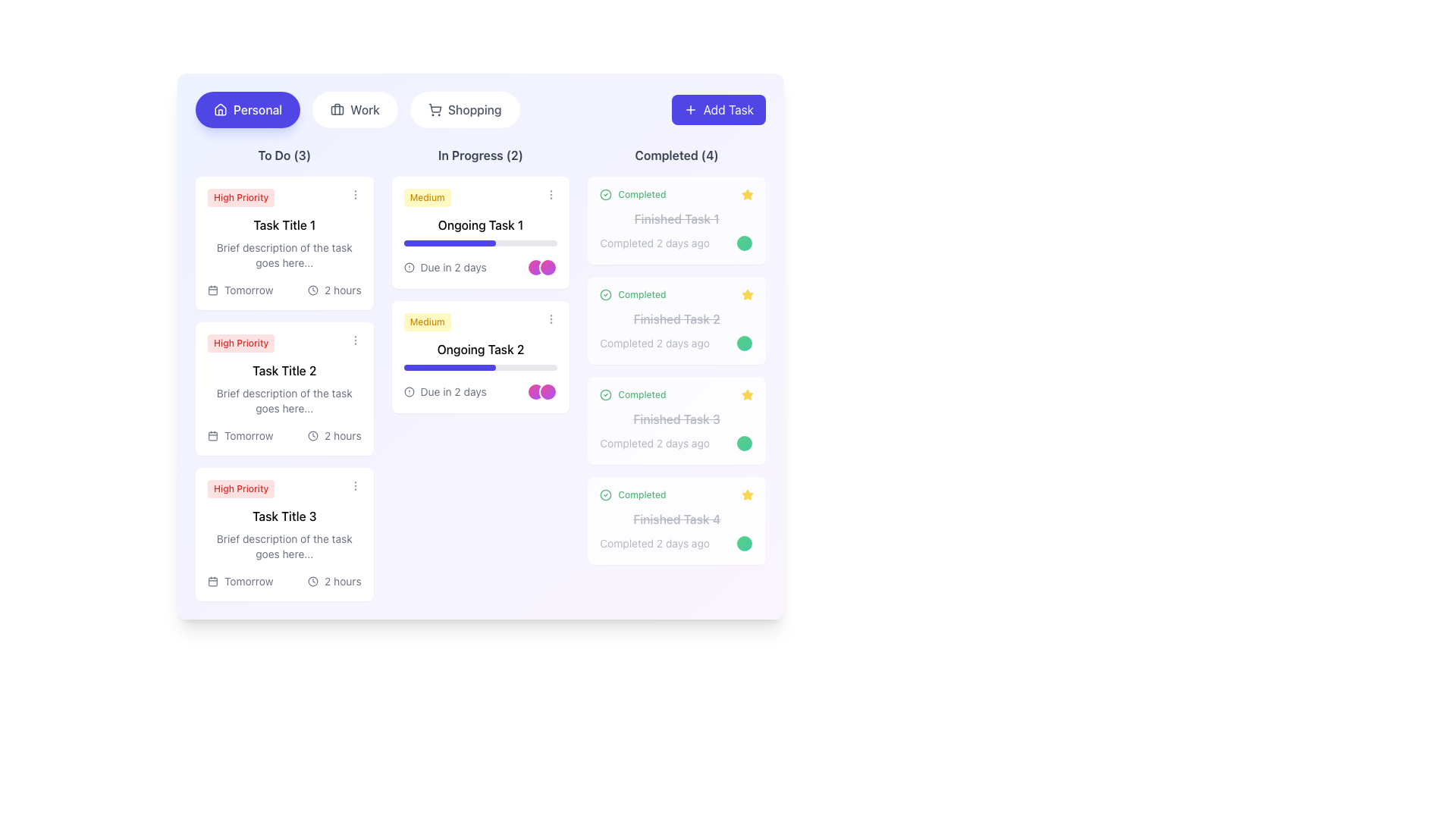  What do you see at coordinates (249, 435) in the screenshot?
I see `text label indicating the due date of the task located in the 'To Do' column under the second task card labeled 'Task Title 2', positioned below the task description and next to the calendar icon` at bounding box center [249, 435].